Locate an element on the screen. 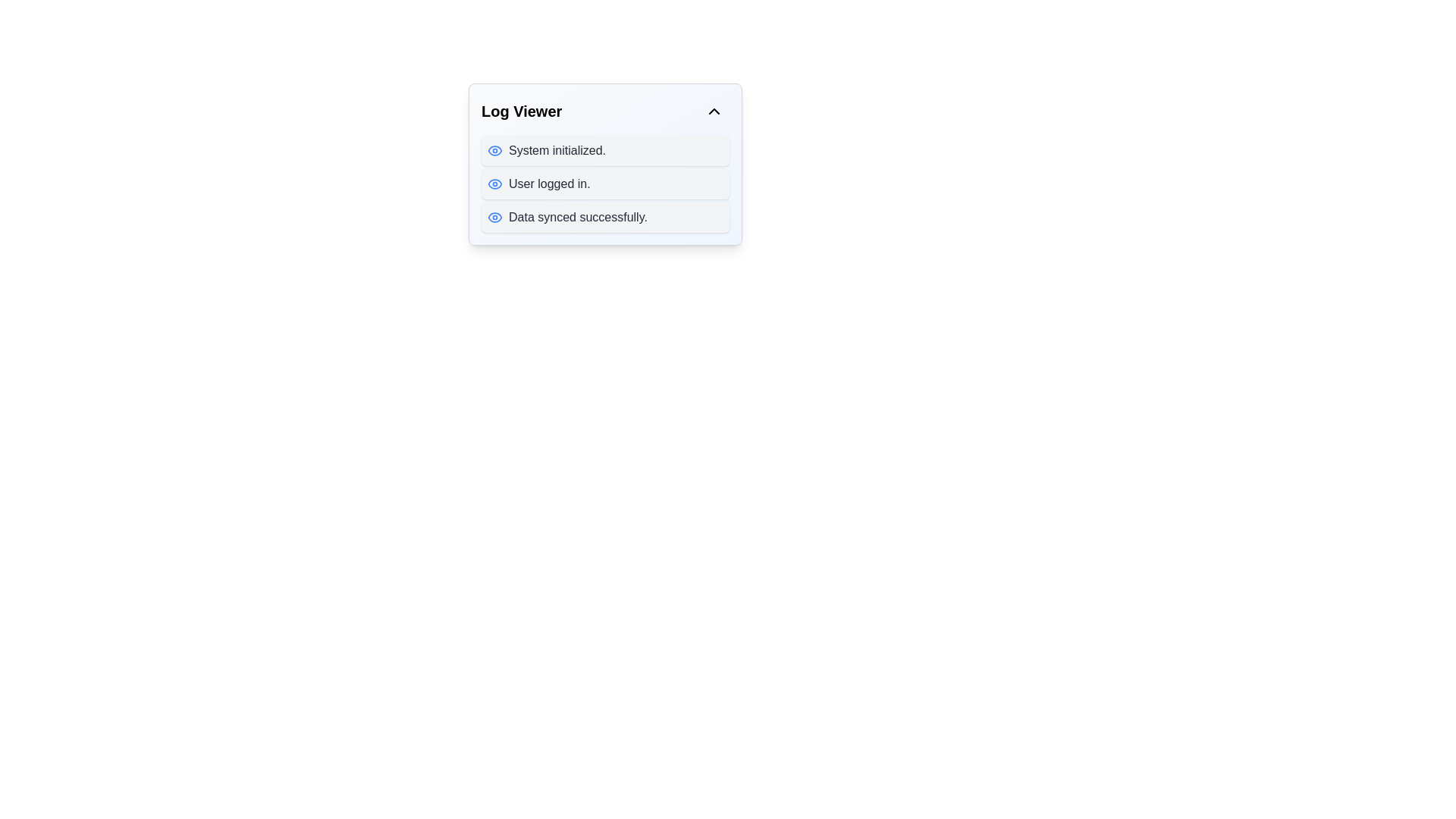  the third notification in the Log Viewer that indicates data synchronization has been completed successfully is located at coordinates (604, 217).